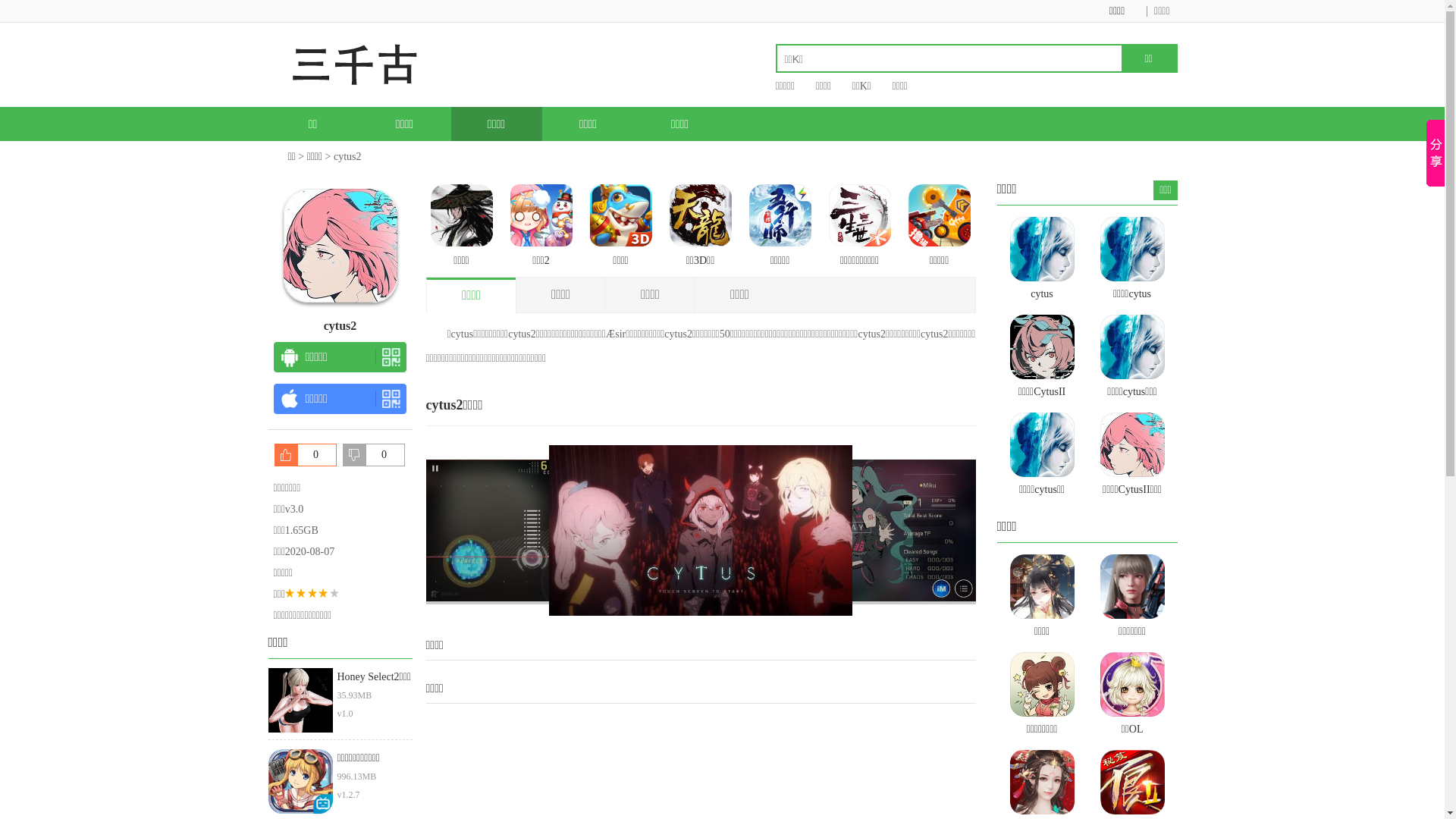  Describe the element at coordinates (1040, 259) in the screenshot. I see `'cytus'` at that location.